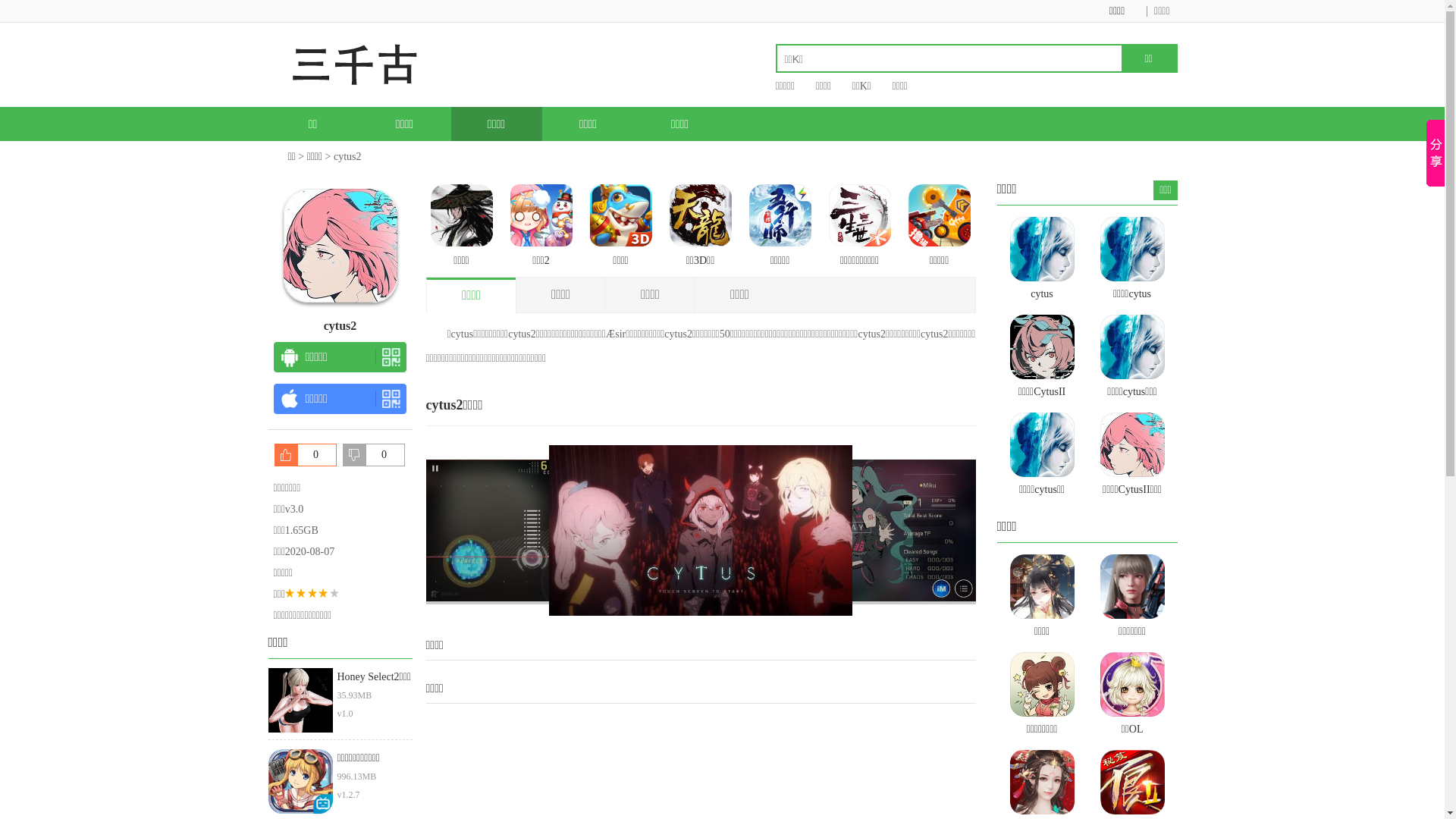  Describe the element at coordinates (1040, 259) in the screenshot. I see `'cytus'` at that location.